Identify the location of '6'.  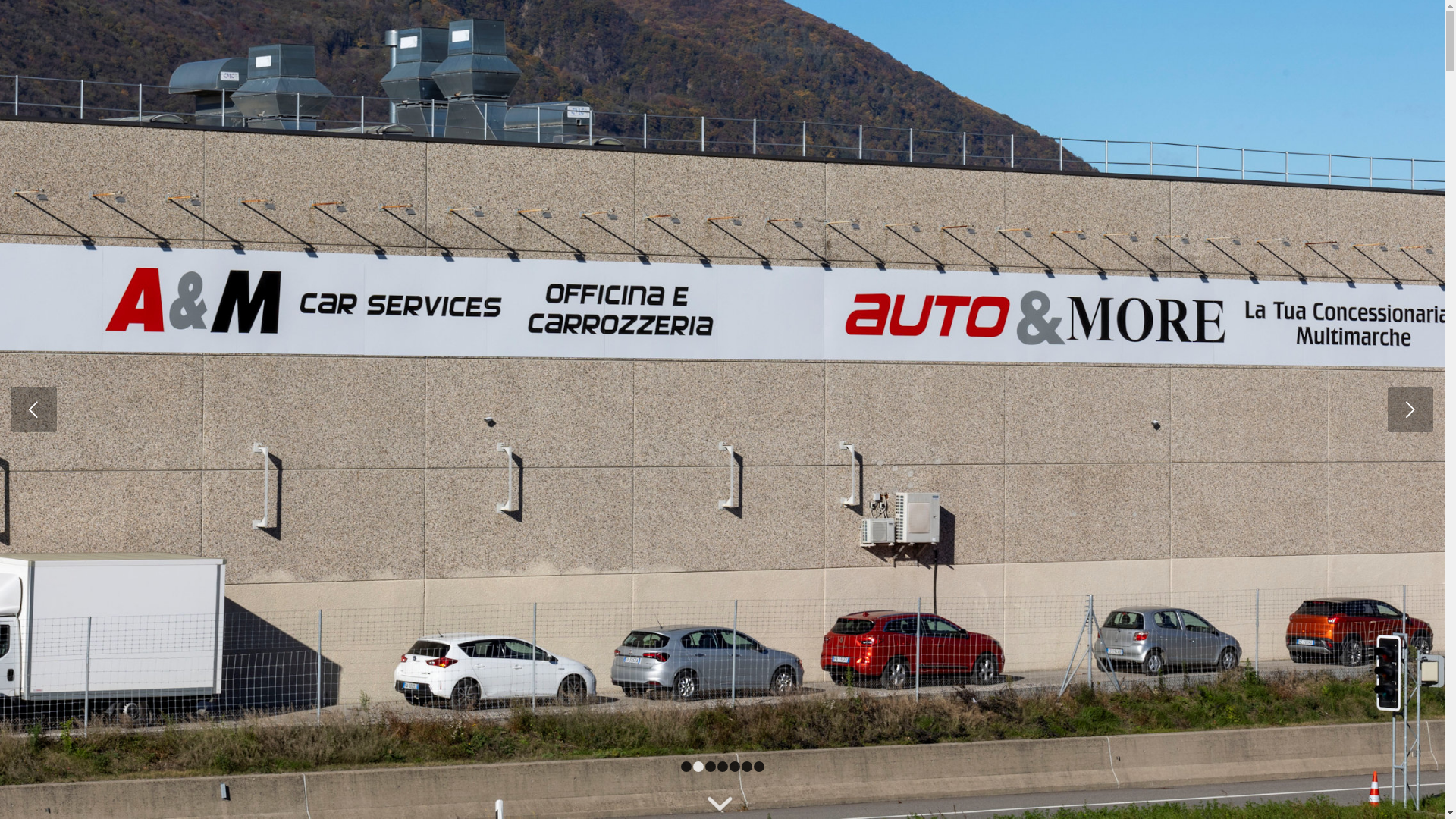
(746, 766).